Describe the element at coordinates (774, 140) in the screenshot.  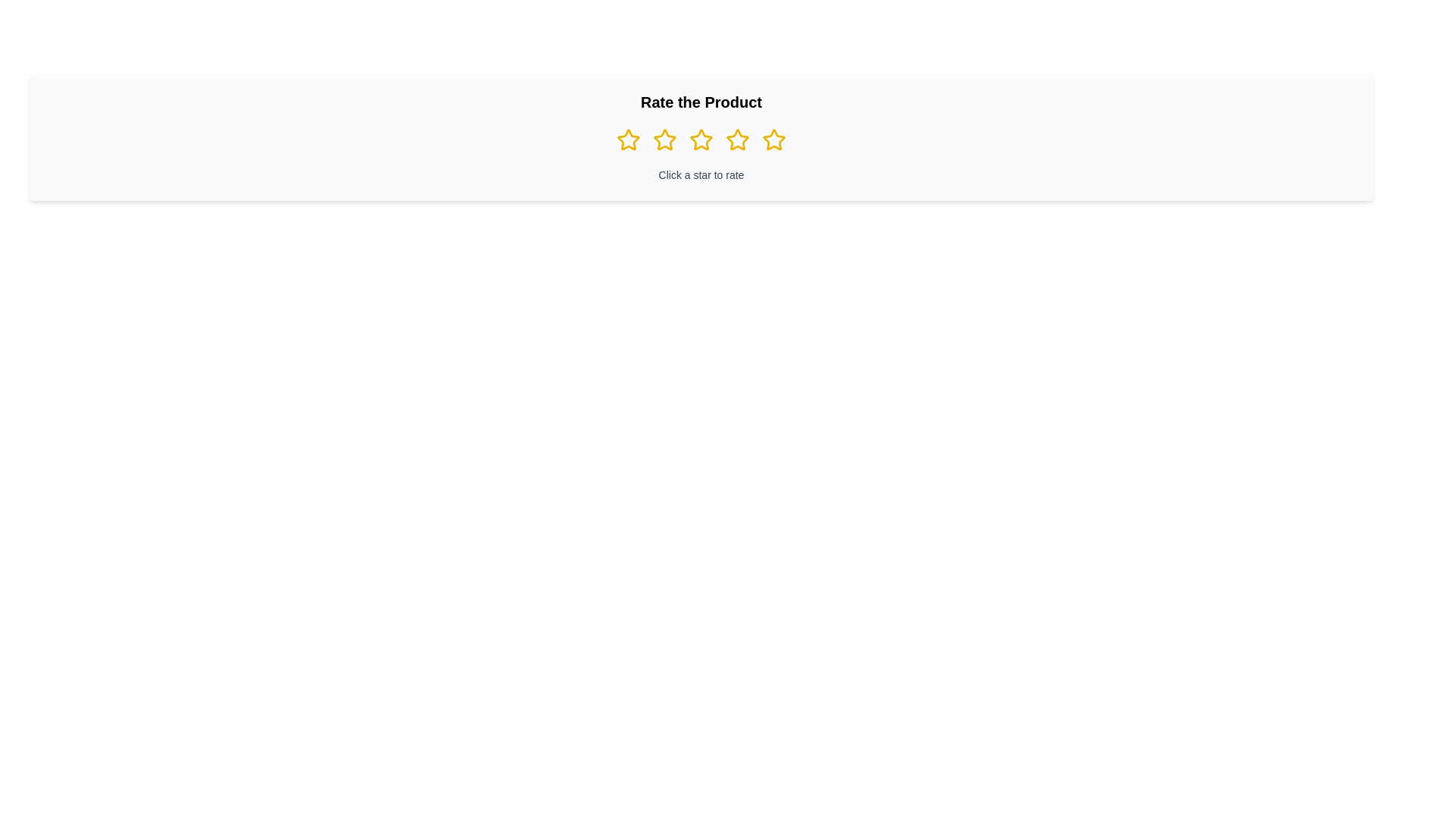
I see `the fifth star icon in the rating component, which has a yellow border and a white interior` at that location.